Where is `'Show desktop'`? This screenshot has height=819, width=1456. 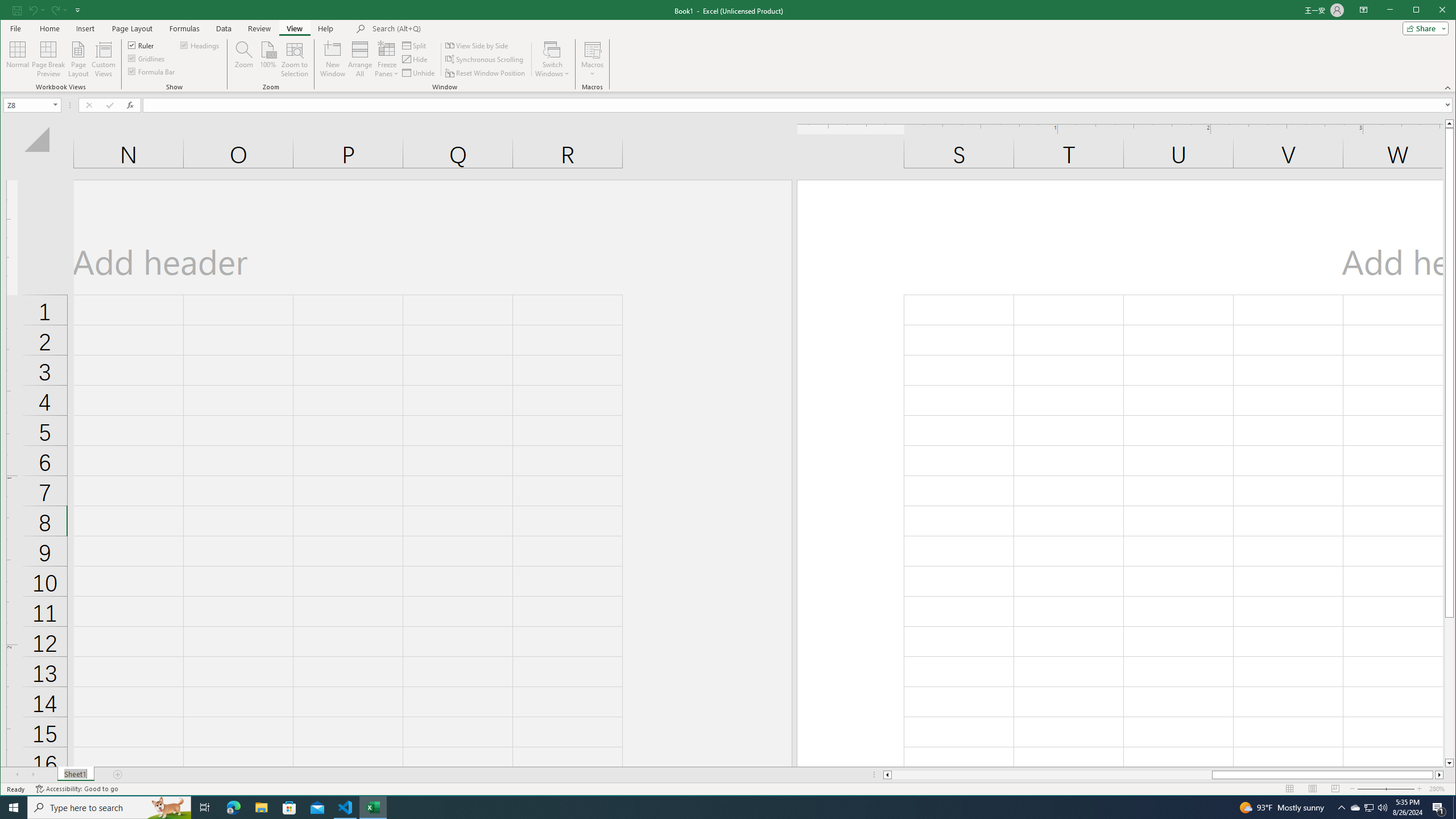
'Show desktop' is located at coordinates (1454, 806).